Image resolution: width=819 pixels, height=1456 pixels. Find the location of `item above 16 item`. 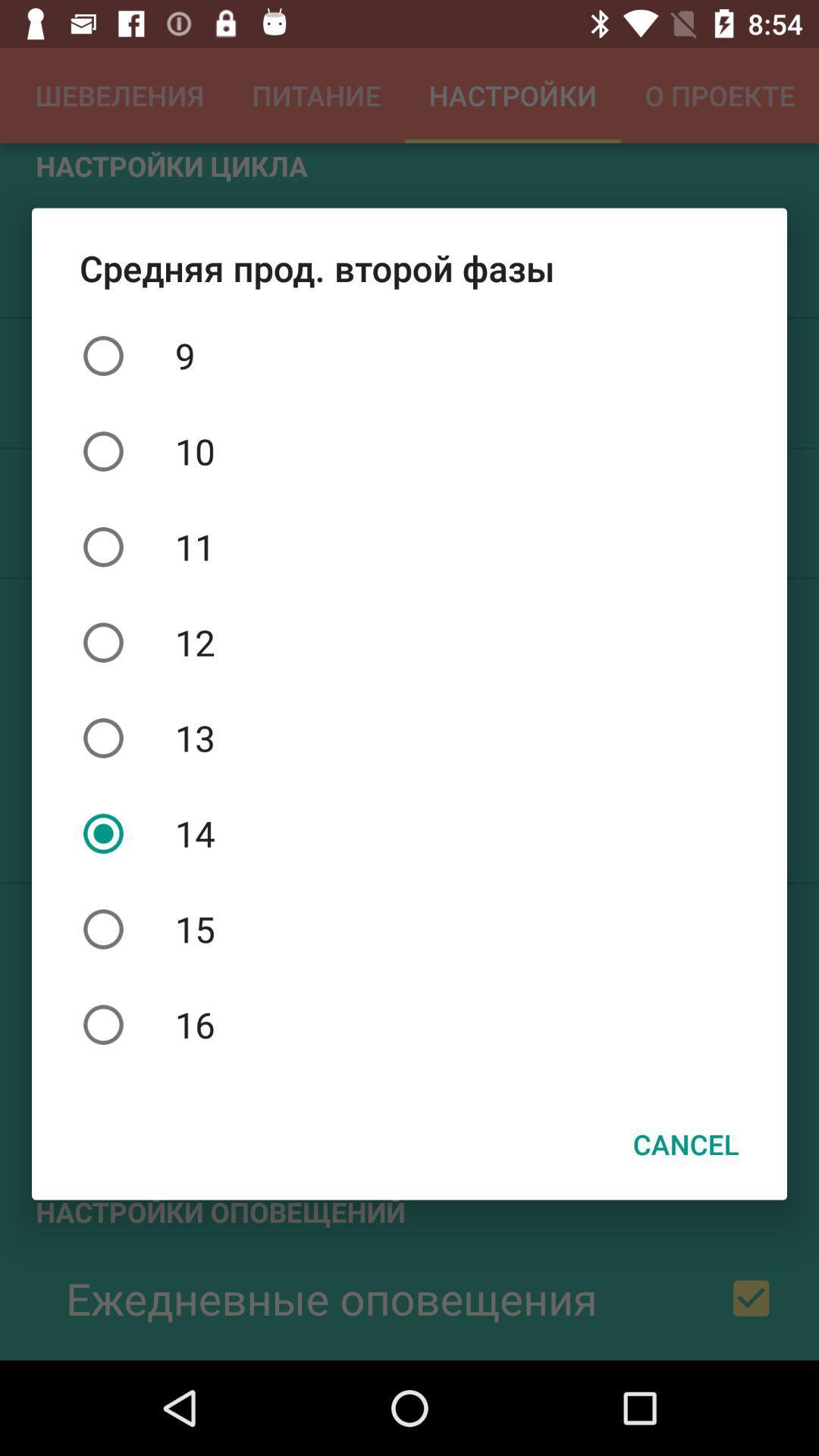

item above 16 item is located at coordinates (409, 928).